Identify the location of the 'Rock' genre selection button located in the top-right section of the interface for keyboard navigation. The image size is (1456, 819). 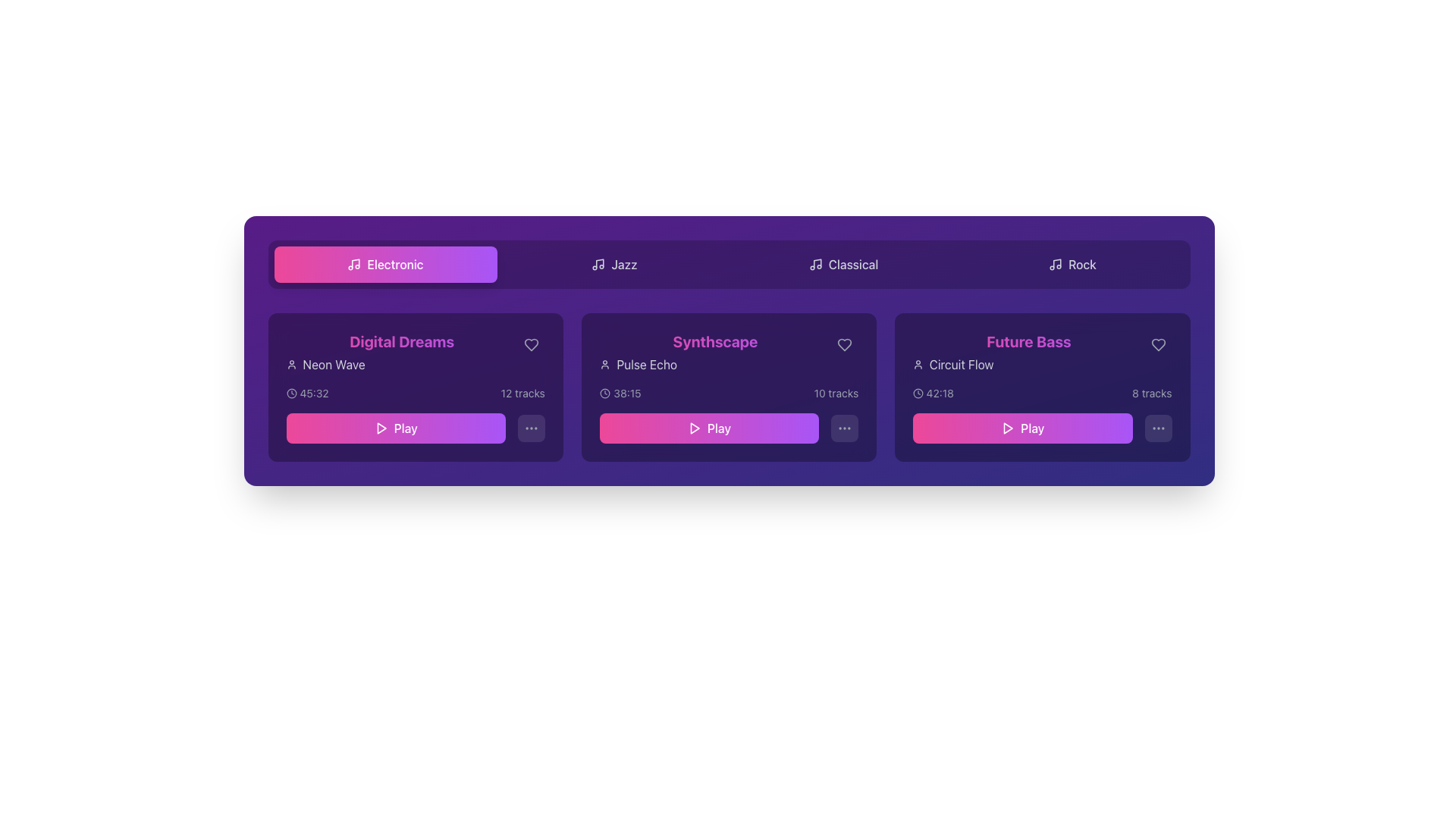
(1072, 263).